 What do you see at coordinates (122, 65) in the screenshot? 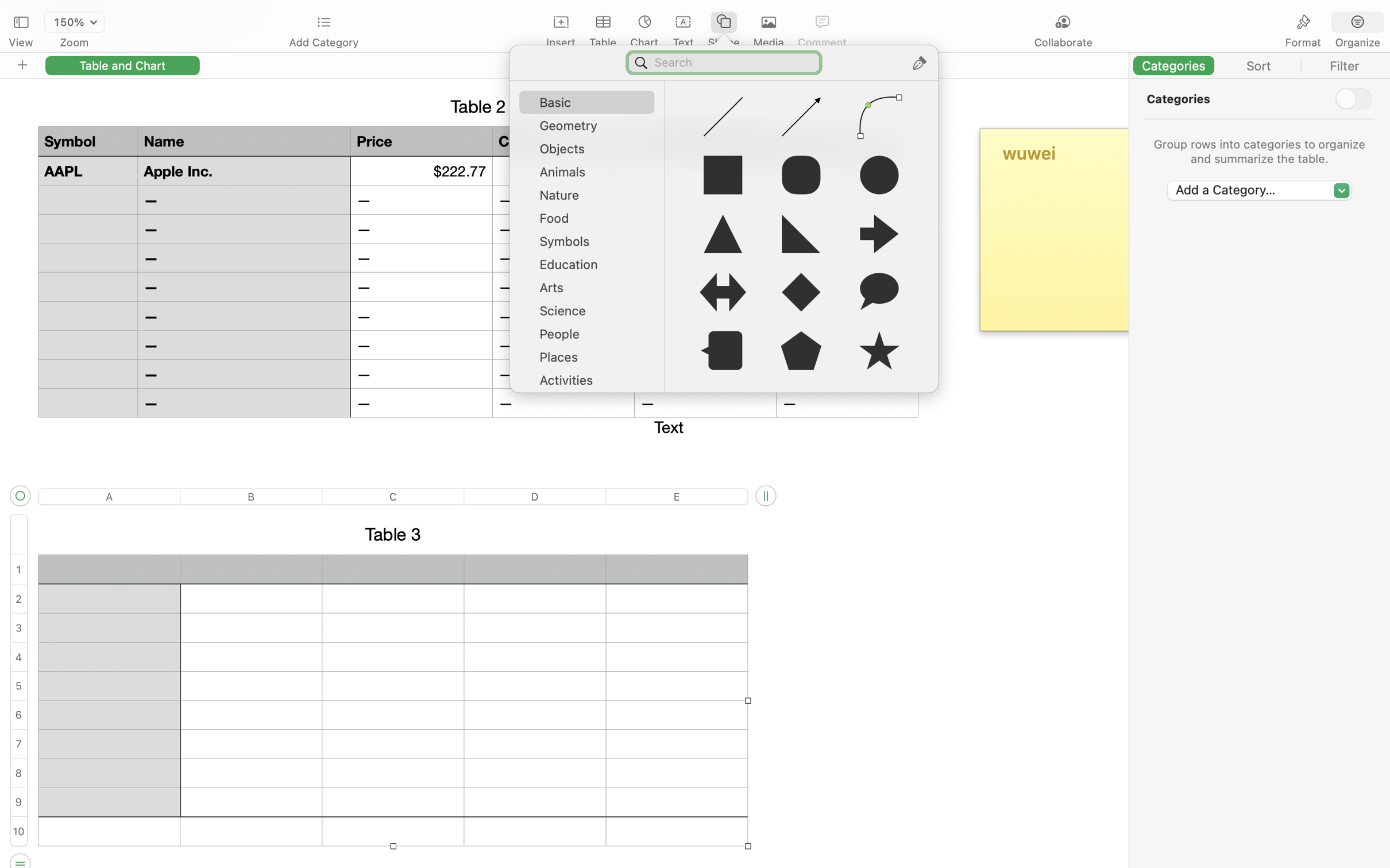
I see `'Table and Chart'` at bounding box center [122, 65].